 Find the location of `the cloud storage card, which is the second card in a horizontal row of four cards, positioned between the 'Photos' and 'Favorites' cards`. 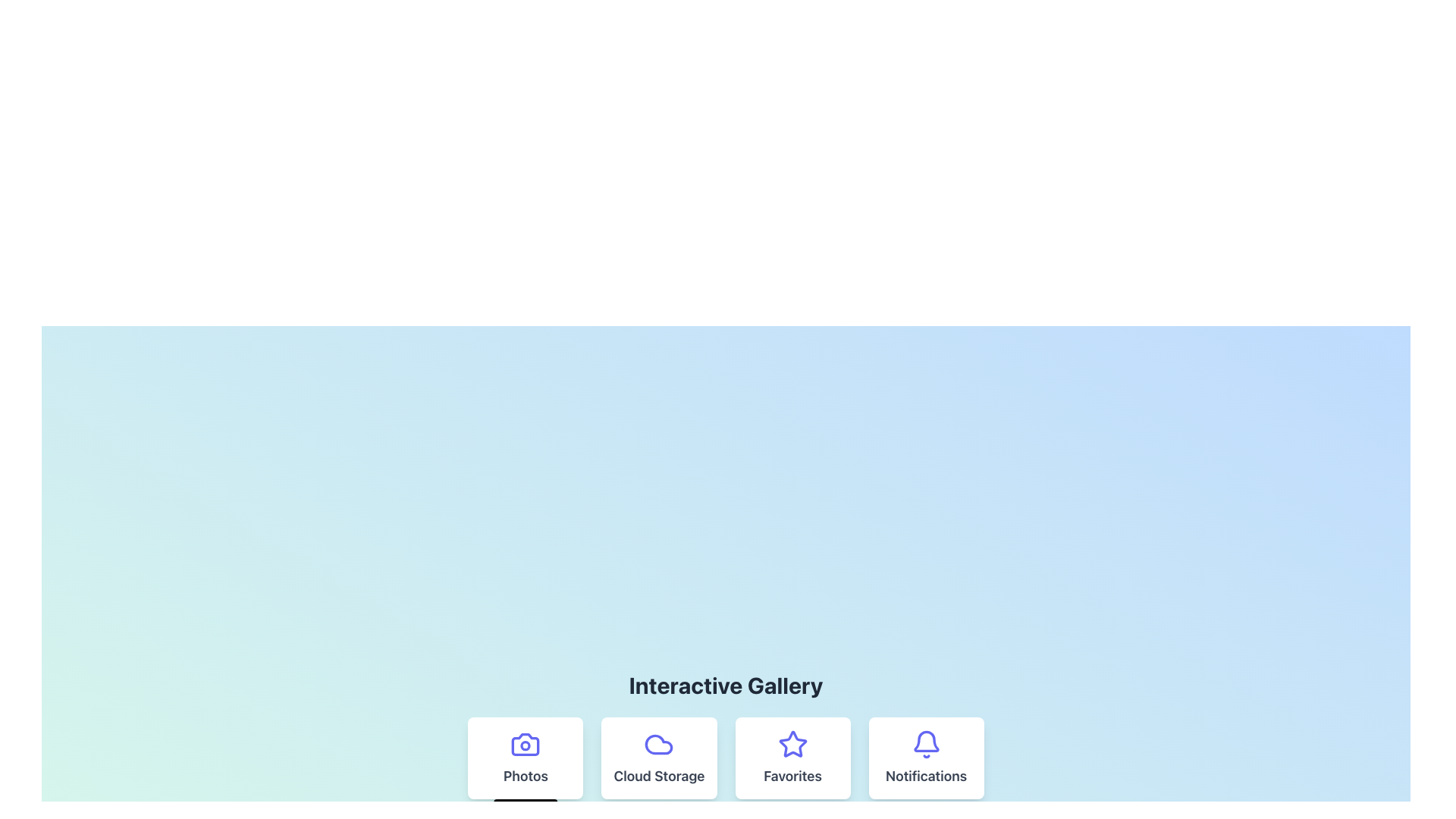

the cloud storage card, which is the second card in a horizontal row of four cards, positioned between the 'Photos' and 'Favorites' cards is located at coordinates (659, 758).